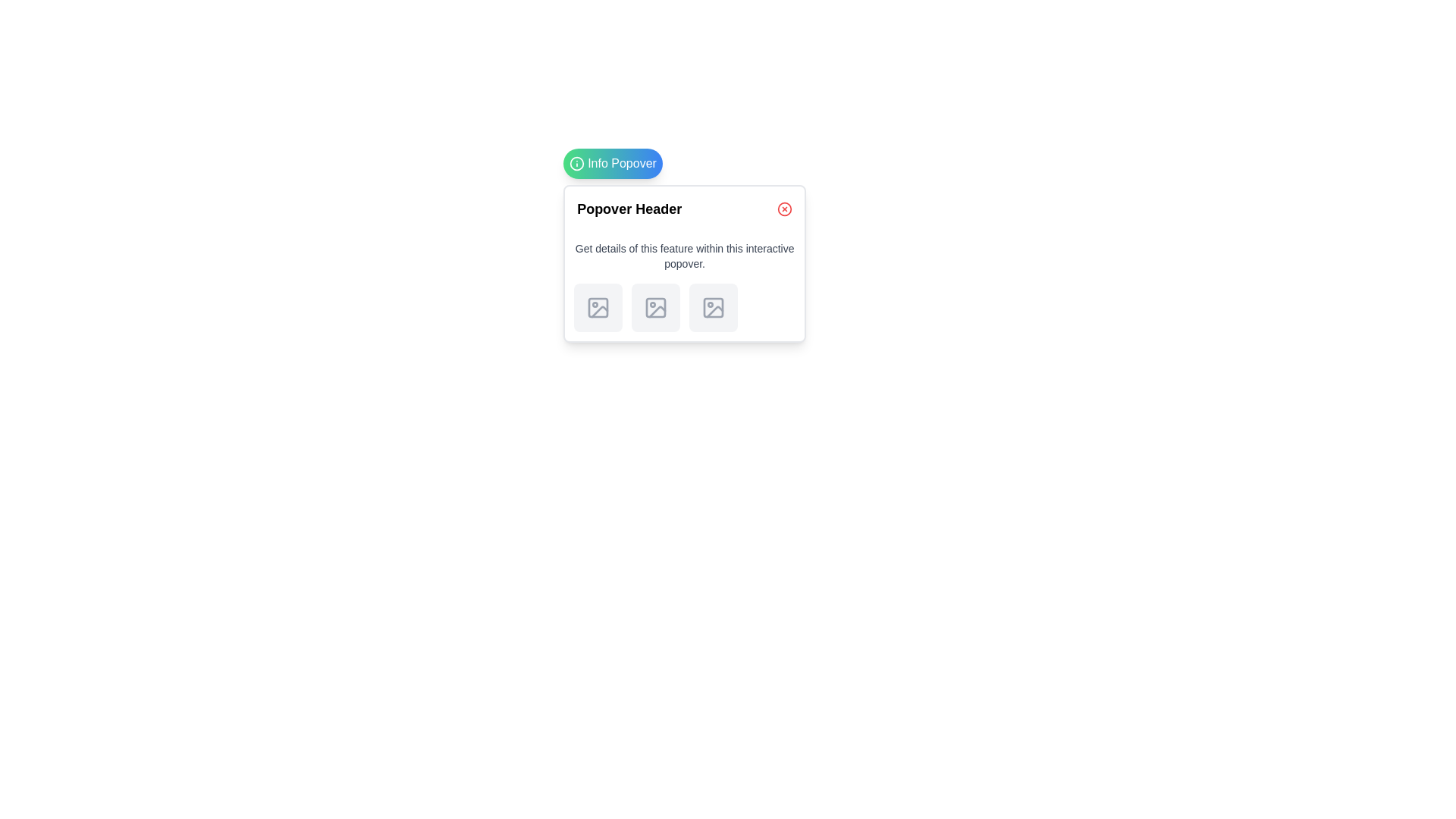 The height and width of the screenshot is (819, 1456). Describe the element at coordinates (713, 307) in the screenshot. I see `the square icon with a light gray background and rounded corners, which contains a placeholder image illustration, located on the rightmost side of a row within the 'Popover Header'` at that location.